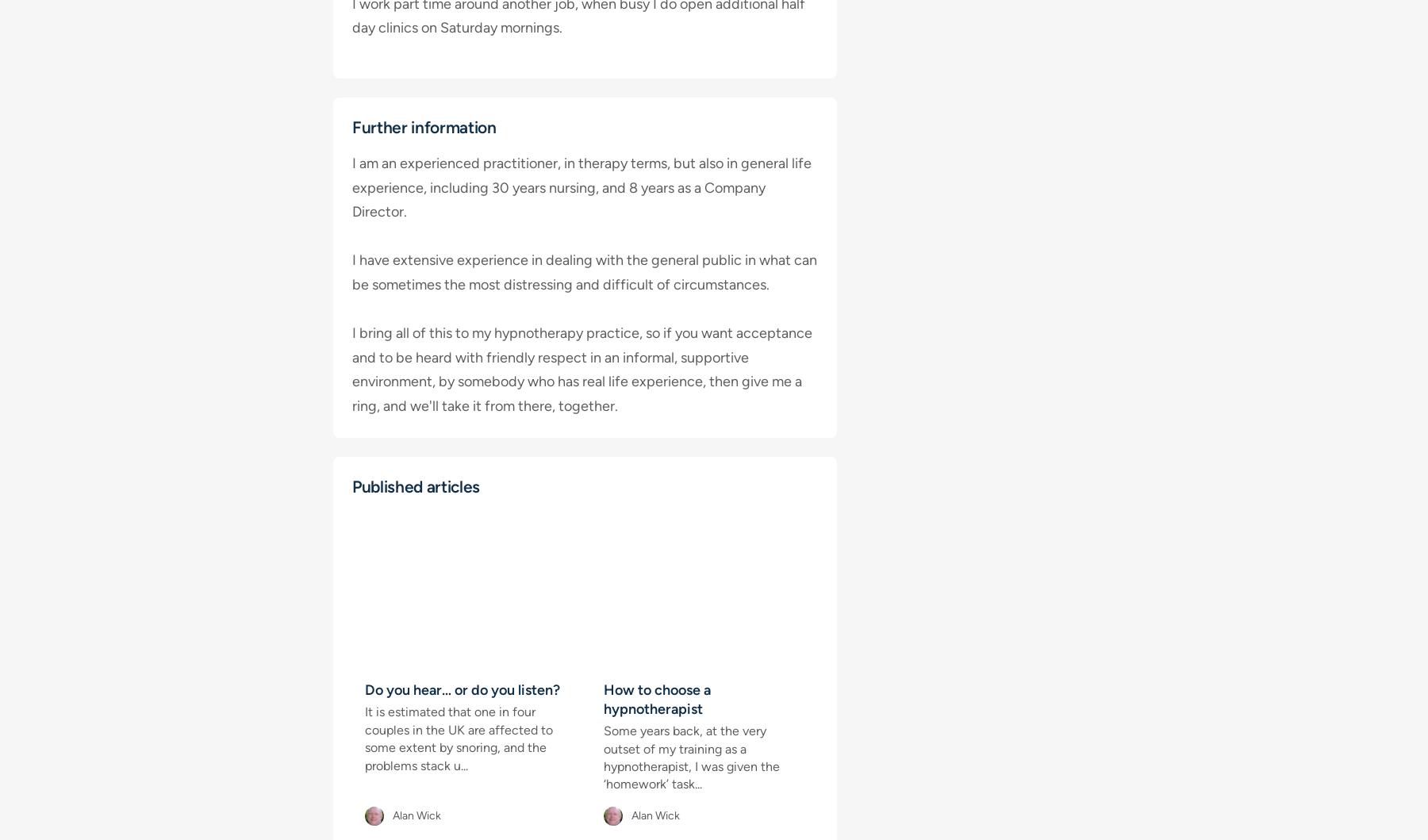 The image size is (1428, 840). Describe the element at coordinates (423, 126) in the screenshot. I see `'Further information'` at that location.